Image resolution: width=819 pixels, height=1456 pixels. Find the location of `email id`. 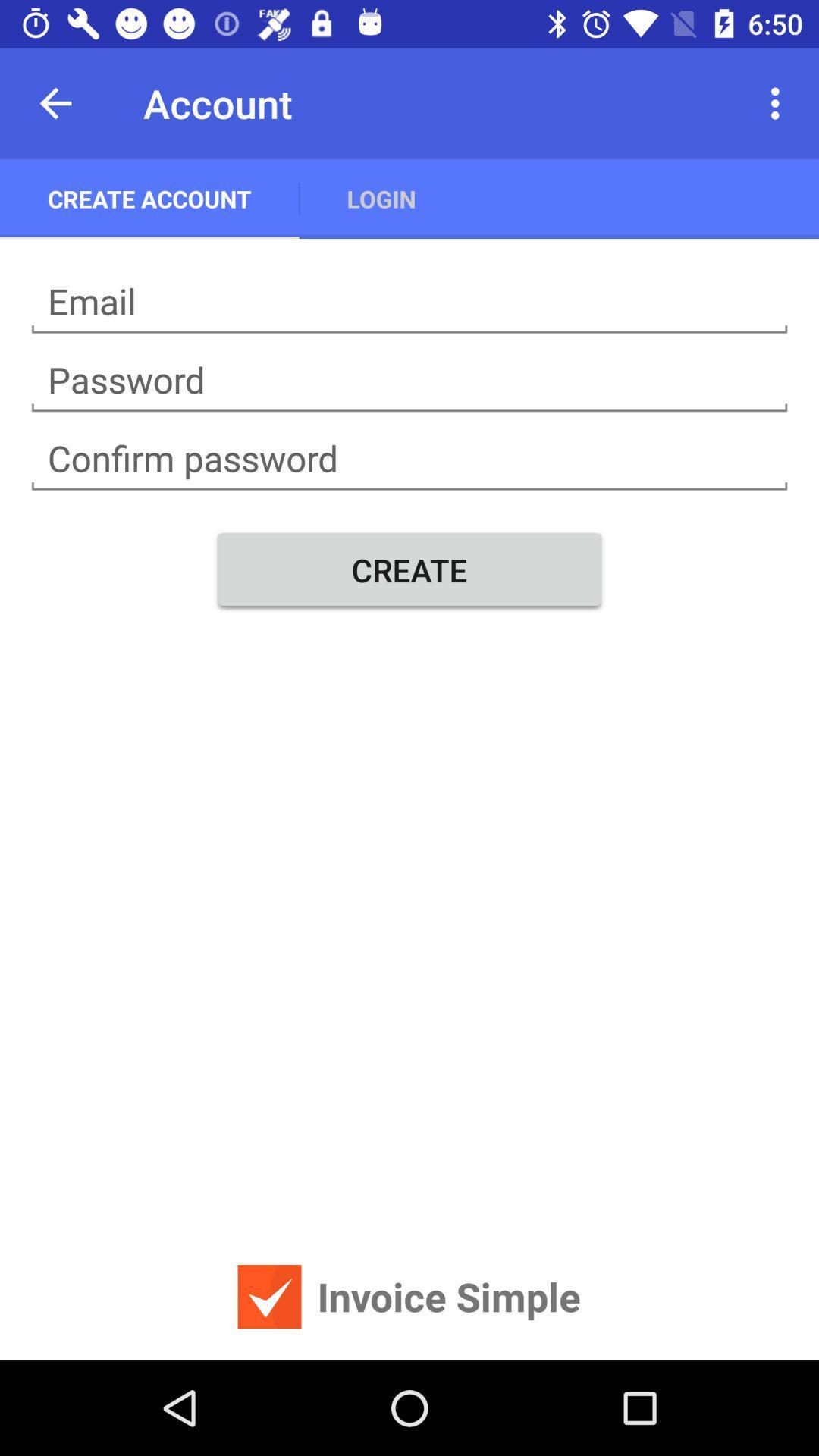

email id is located at coordinates (409, 302).